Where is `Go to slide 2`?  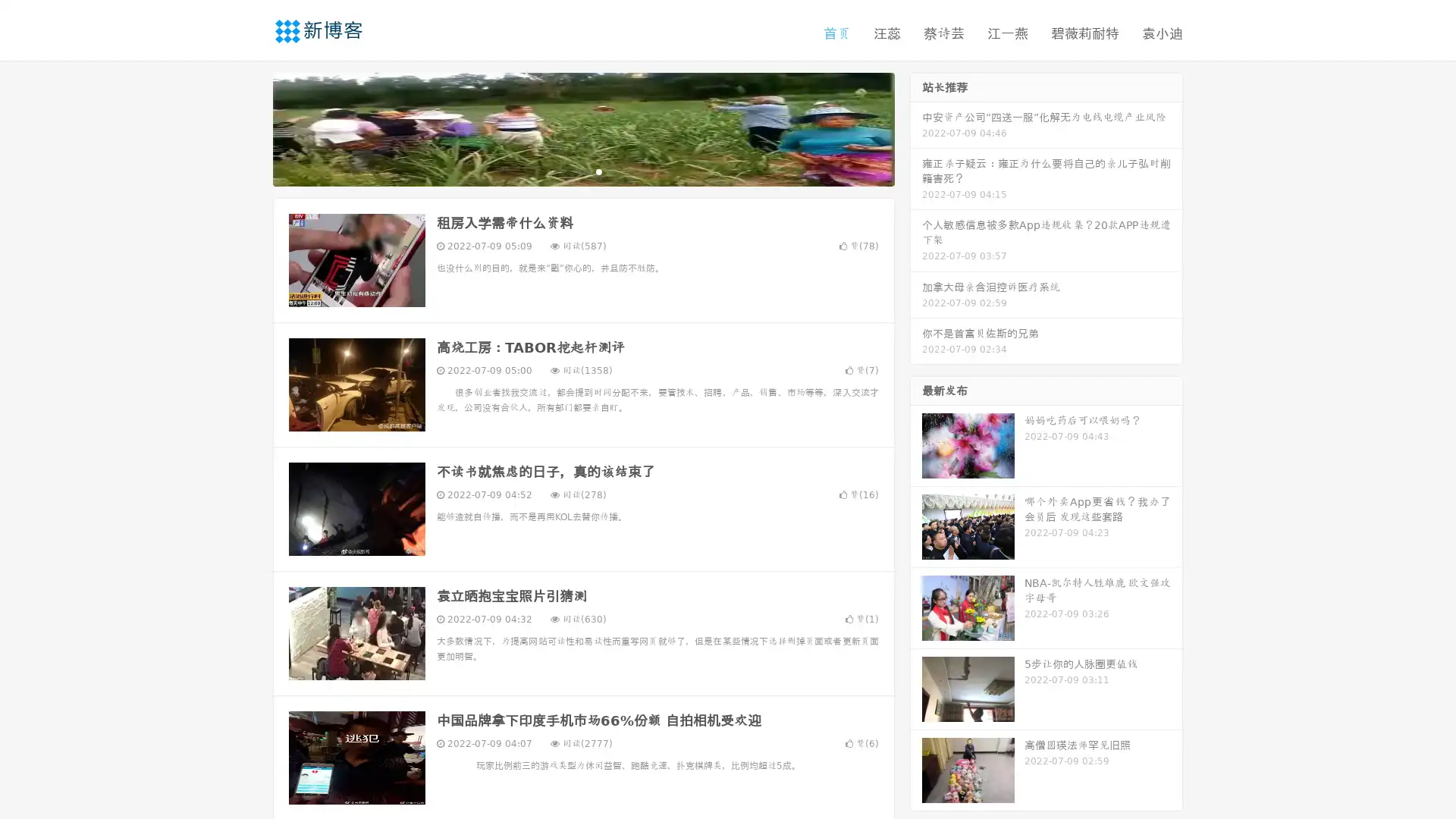 Go to slide 2 is located at coordinates (582, 171).